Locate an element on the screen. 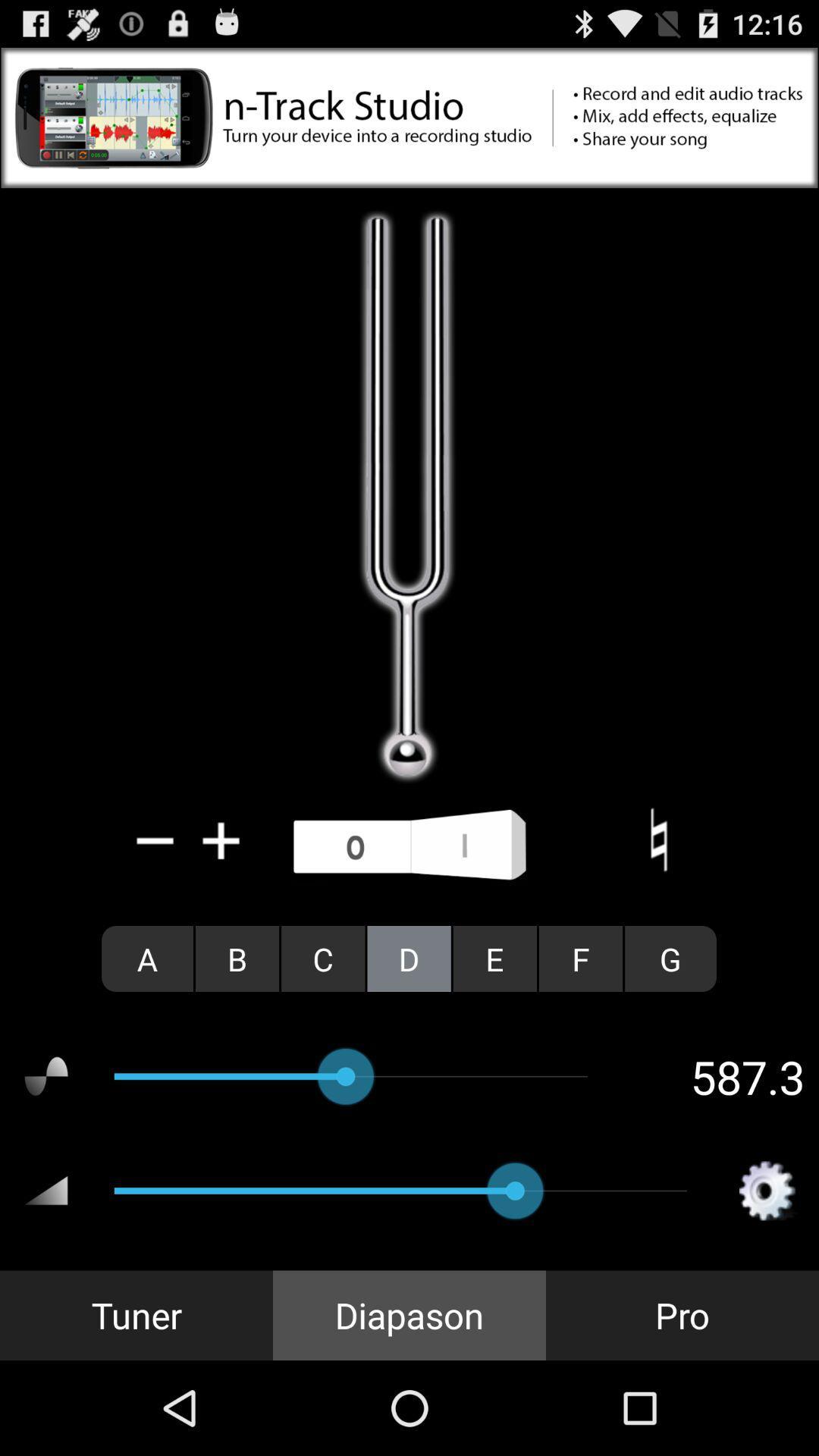 This screenshot has width=819, height=1456. the settings icon is located at coordinates (769, 1274).